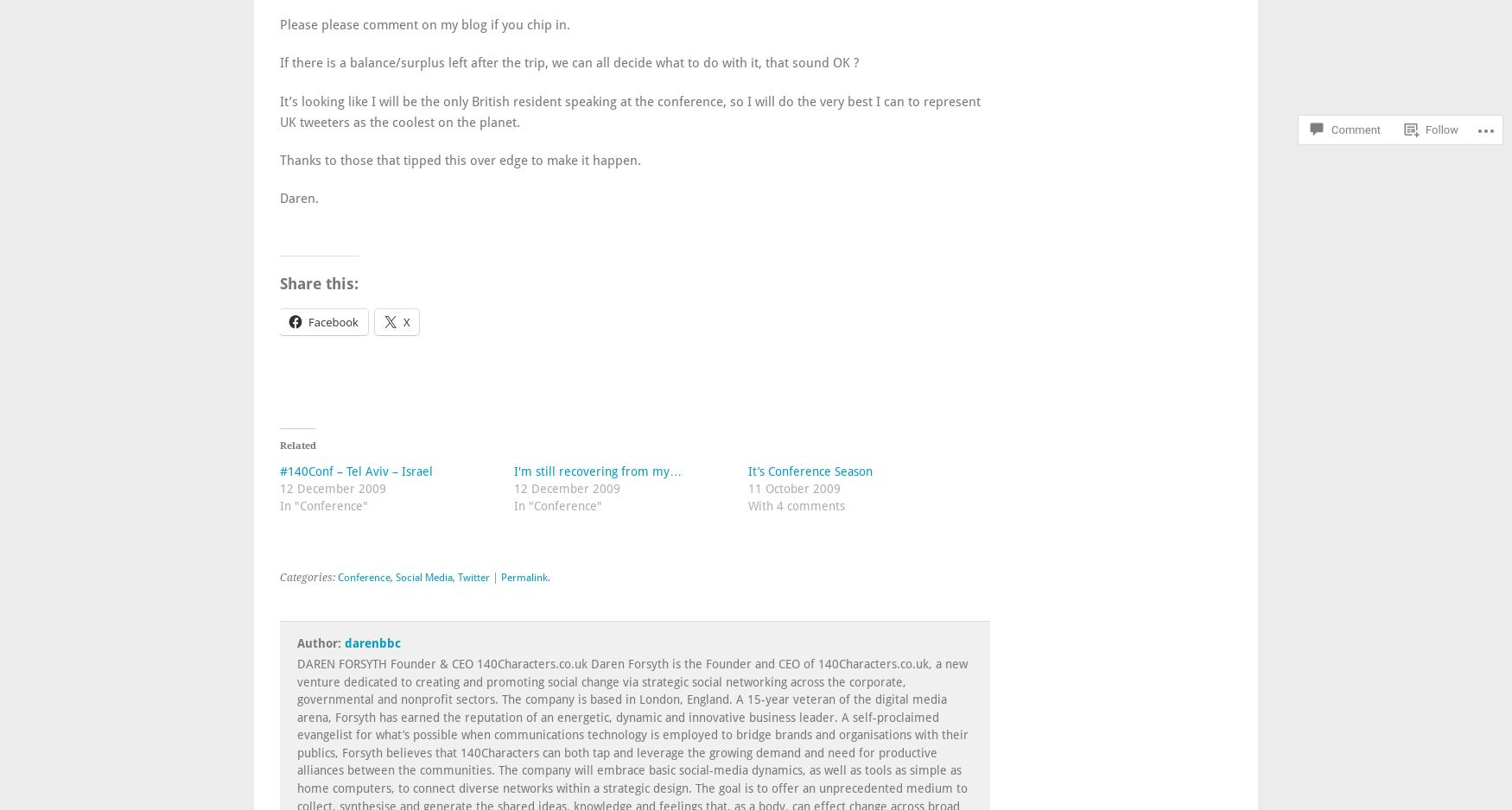 The width and height of the screenshot is (1512, 810). I want to click on 'If there is a balance/surplus left after the trip, we can all decide what to do with it, that sound OK ?', so click(569, 62).